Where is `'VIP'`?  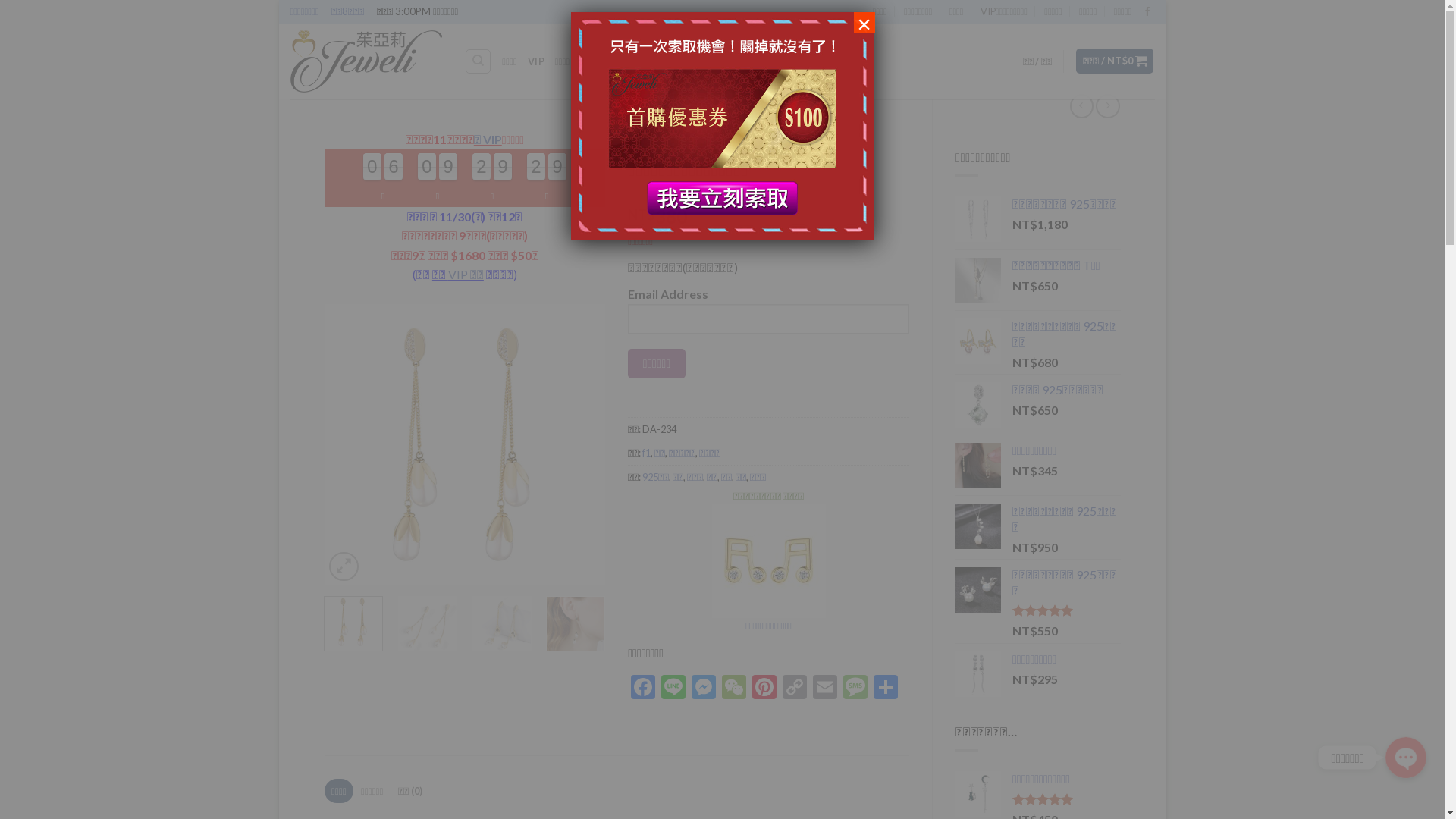 'VIP' is located at coordinates (535, 61).